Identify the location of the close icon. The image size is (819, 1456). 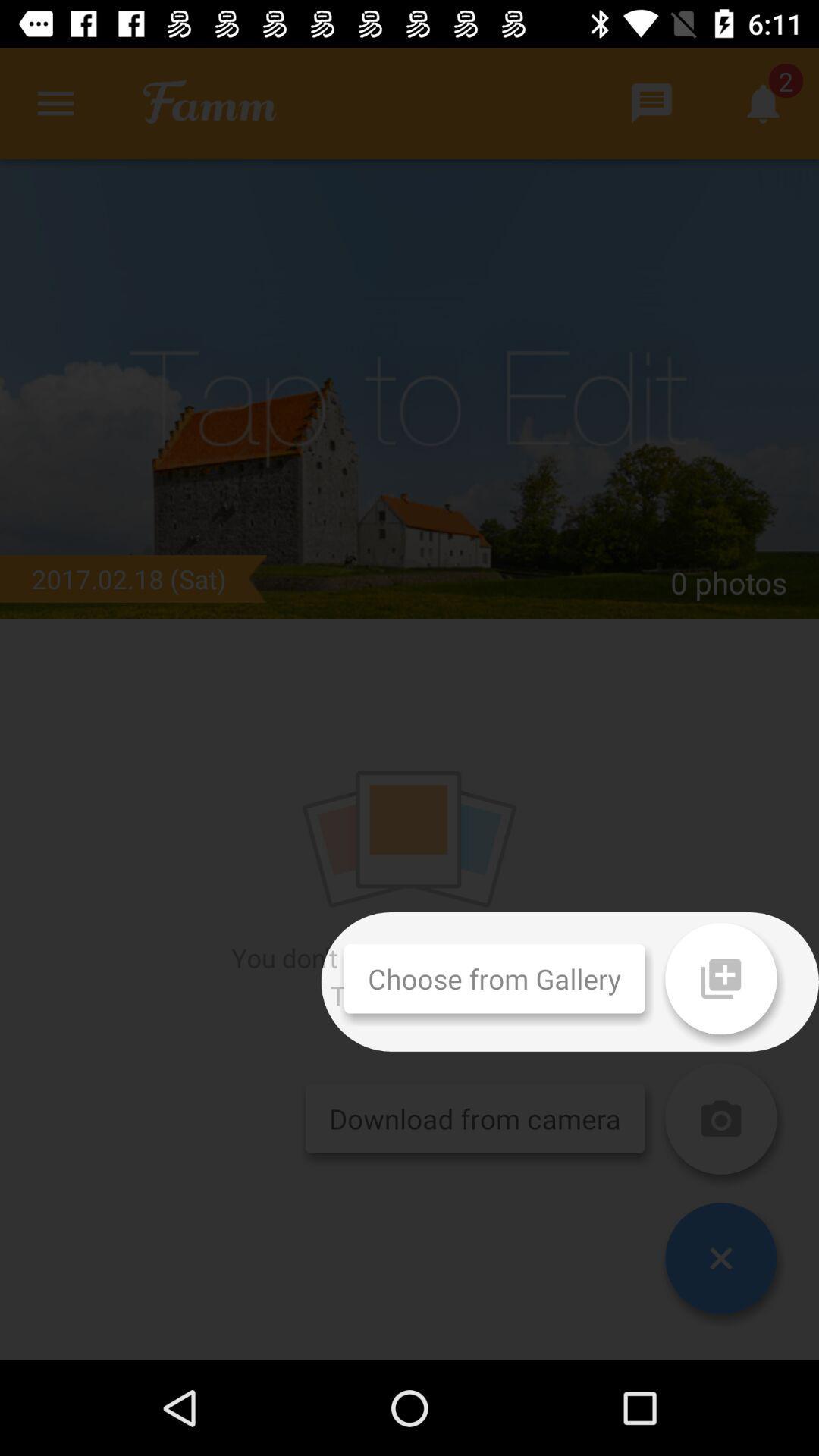
(720, 1258).